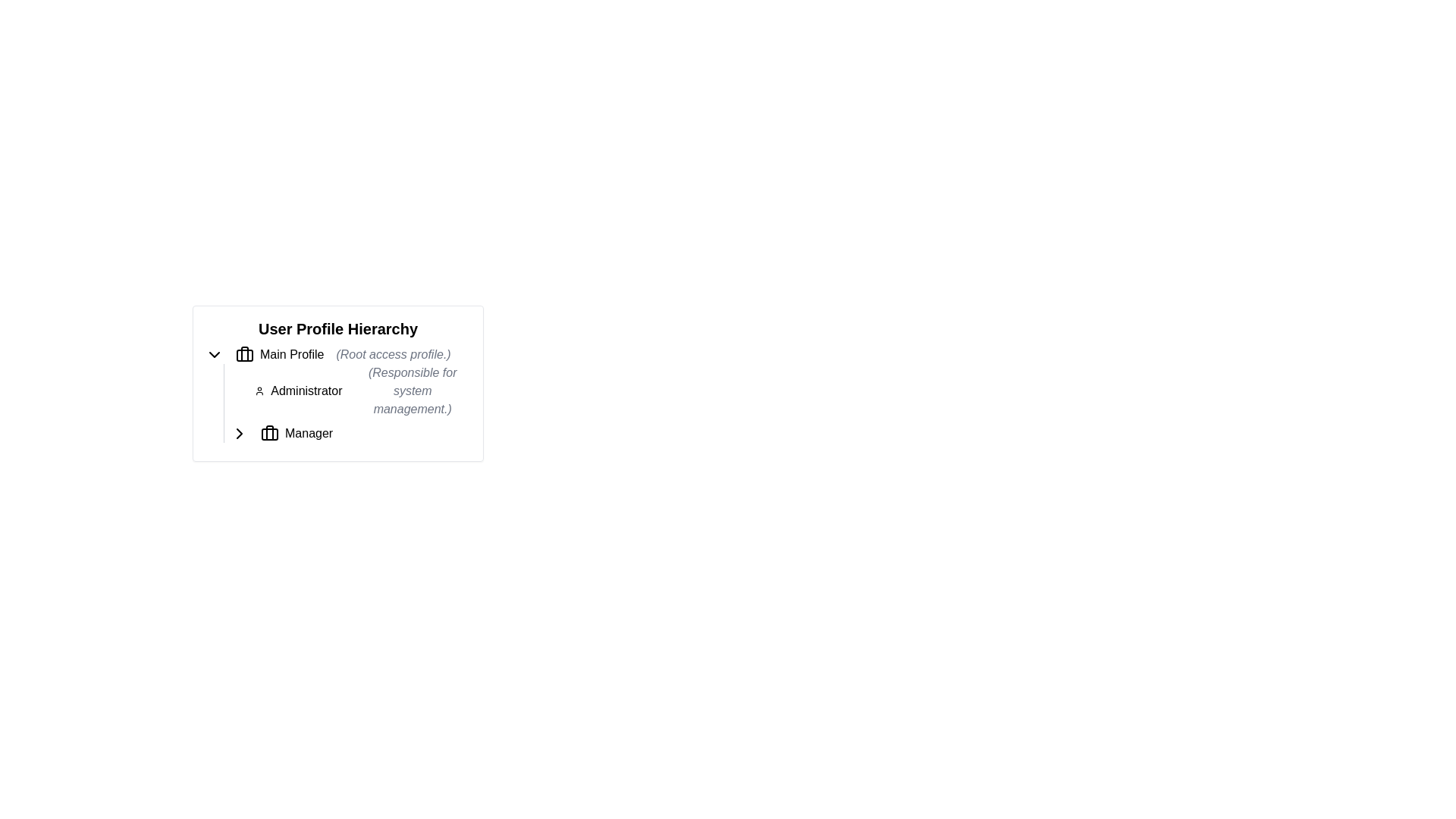 The height and width of the screenshot is (819, 1456). What do you see at coordinates (259, 391) in the screenshot?
I see `user icon represented as a minimalist vector graphic of a human figure, located within the 'Administrator' list item` at bounding box center [259, 391].